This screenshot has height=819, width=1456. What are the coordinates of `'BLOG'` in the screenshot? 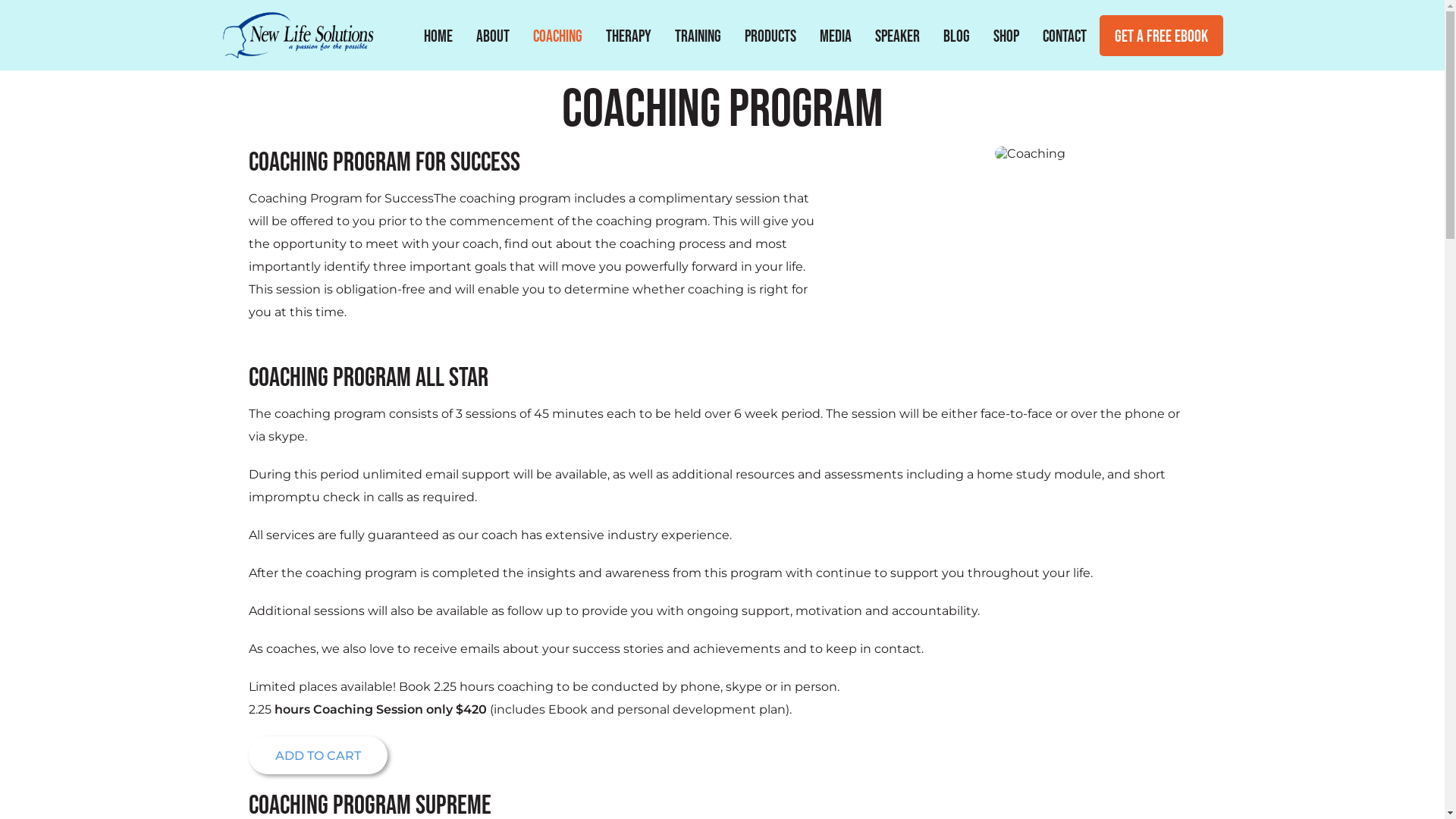 It's located at (955, 34).